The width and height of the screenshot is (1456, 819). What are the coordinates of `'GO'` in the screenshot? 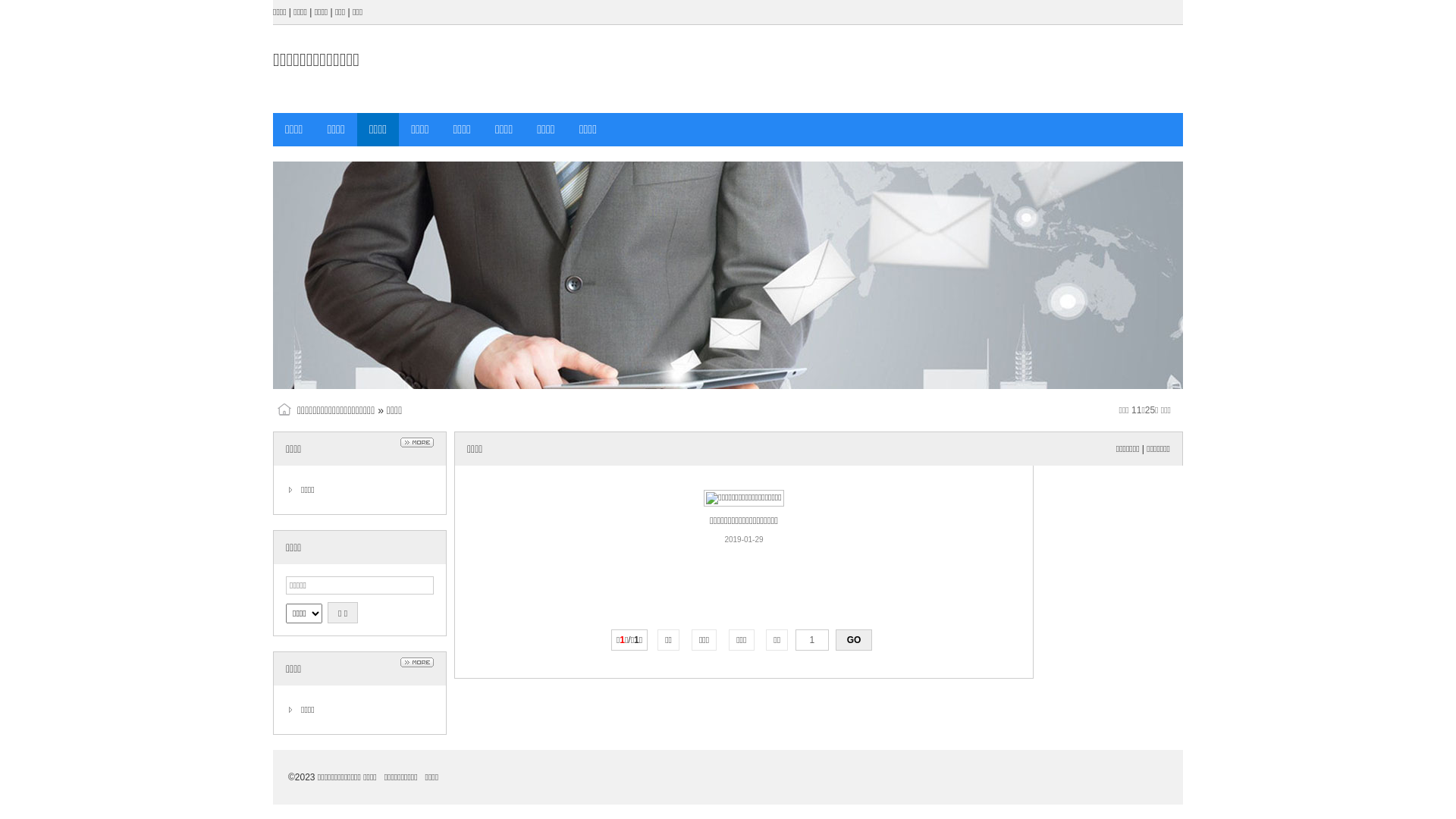 It's located at (854, 640).